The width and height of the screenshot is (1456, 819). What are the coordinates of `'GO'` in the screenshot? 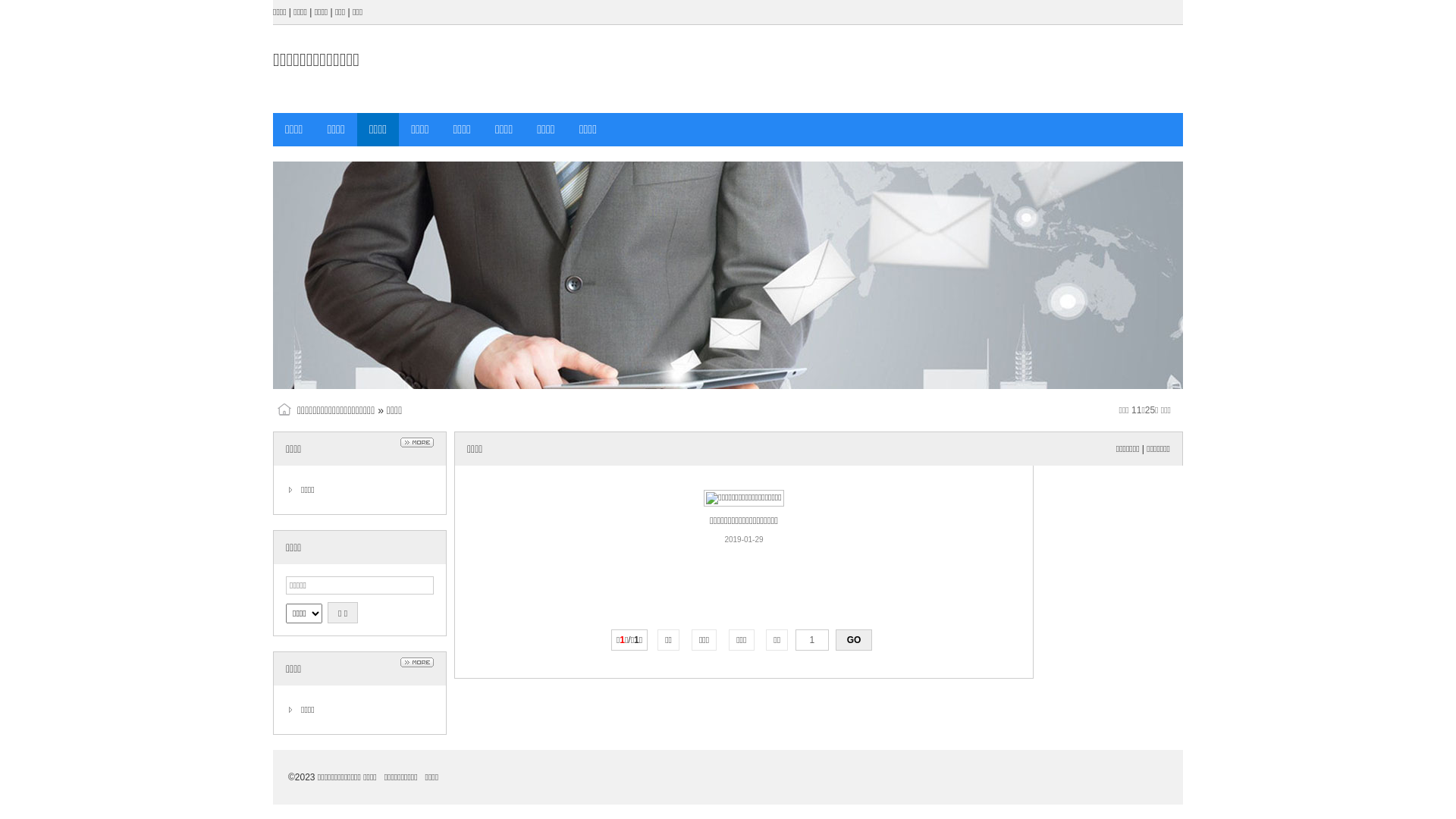 It's located at (854, 640).